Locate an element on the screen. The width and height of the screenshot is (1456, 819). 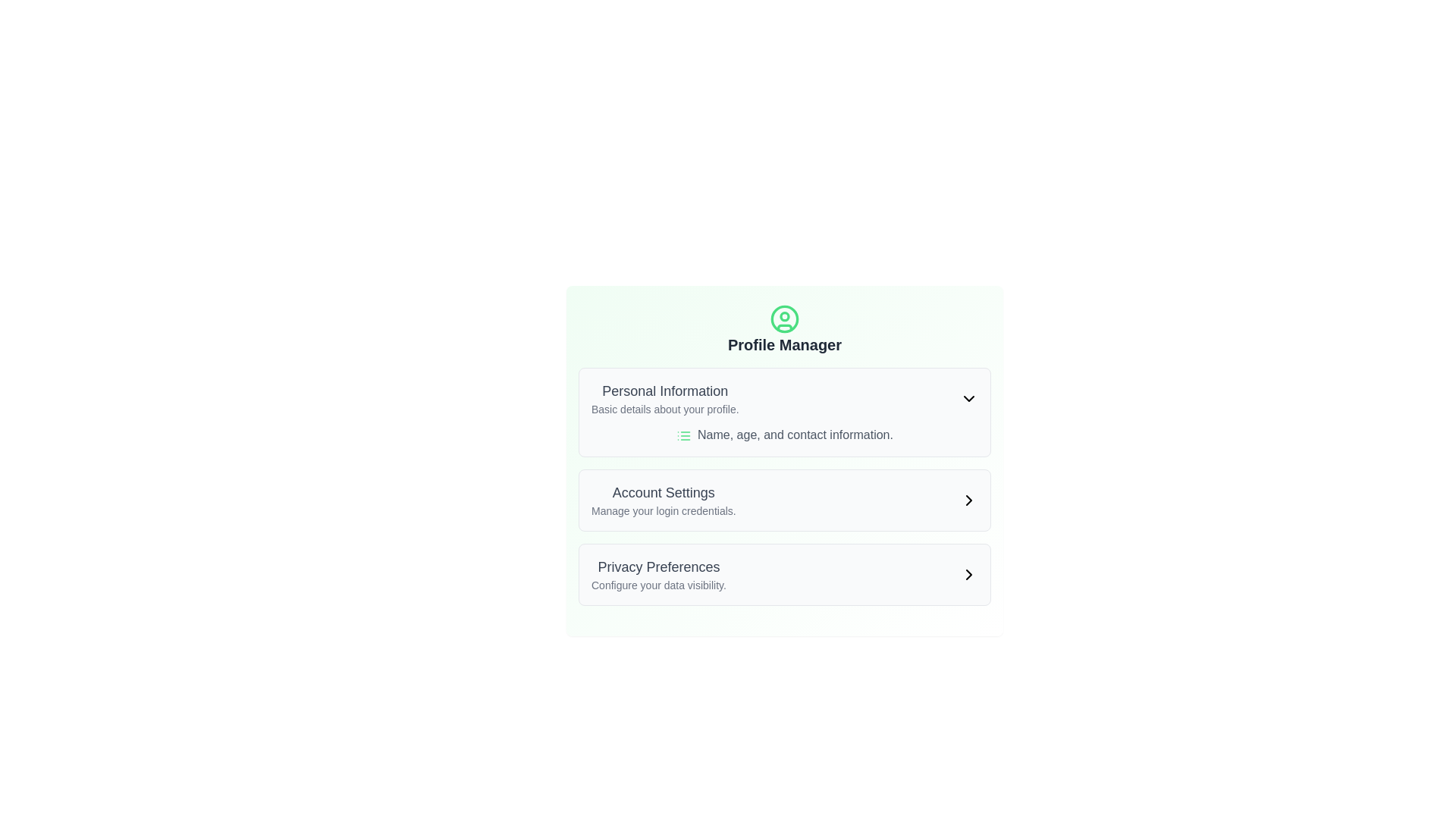
the Chevron Icon located in the 'Privacy Preferences' section of the 'Profile Manager' interface is located at coordinates (968, 575).